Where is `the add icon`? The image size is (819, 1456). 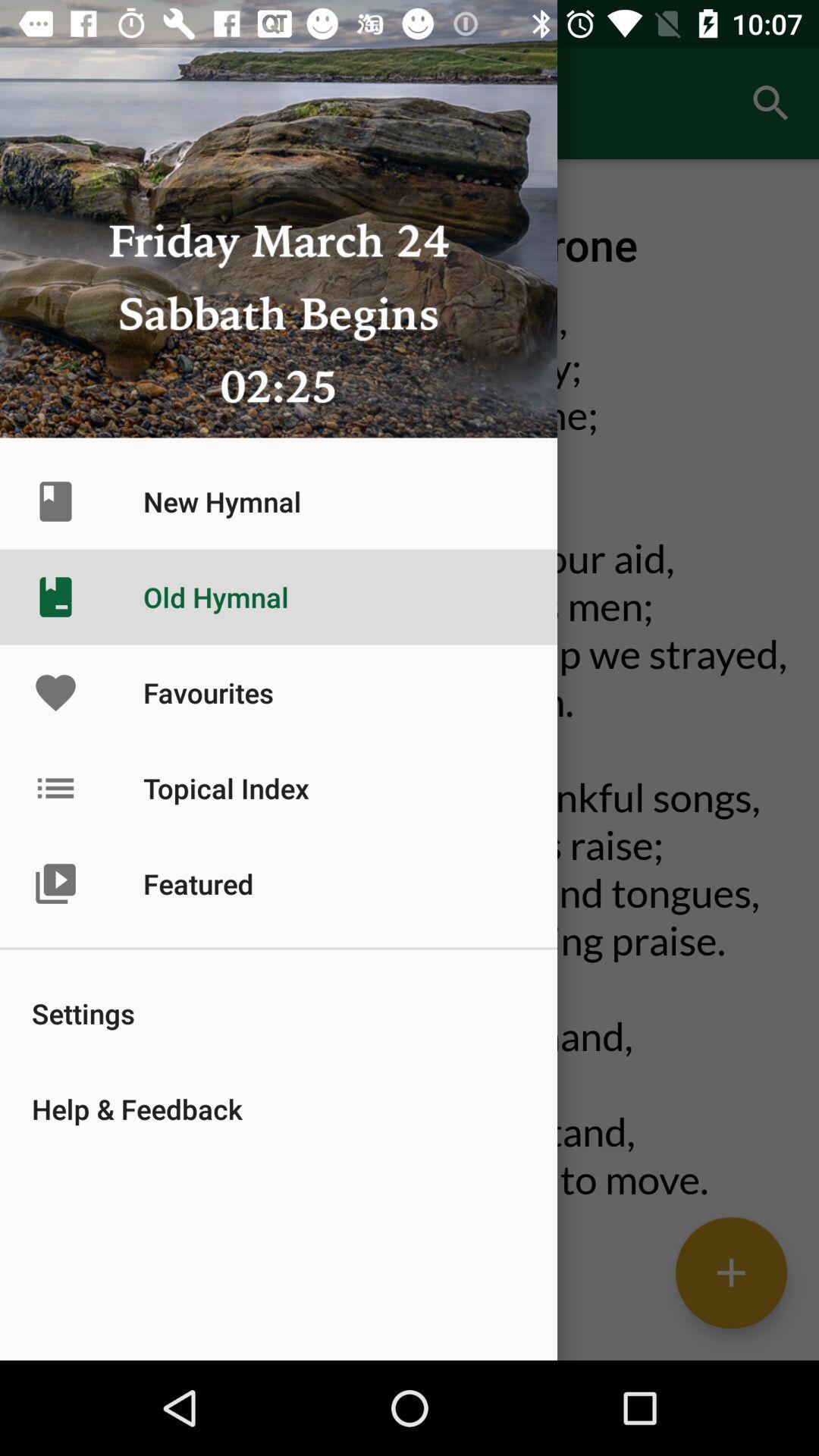
the add icon is located at coordinates (730, 1272).